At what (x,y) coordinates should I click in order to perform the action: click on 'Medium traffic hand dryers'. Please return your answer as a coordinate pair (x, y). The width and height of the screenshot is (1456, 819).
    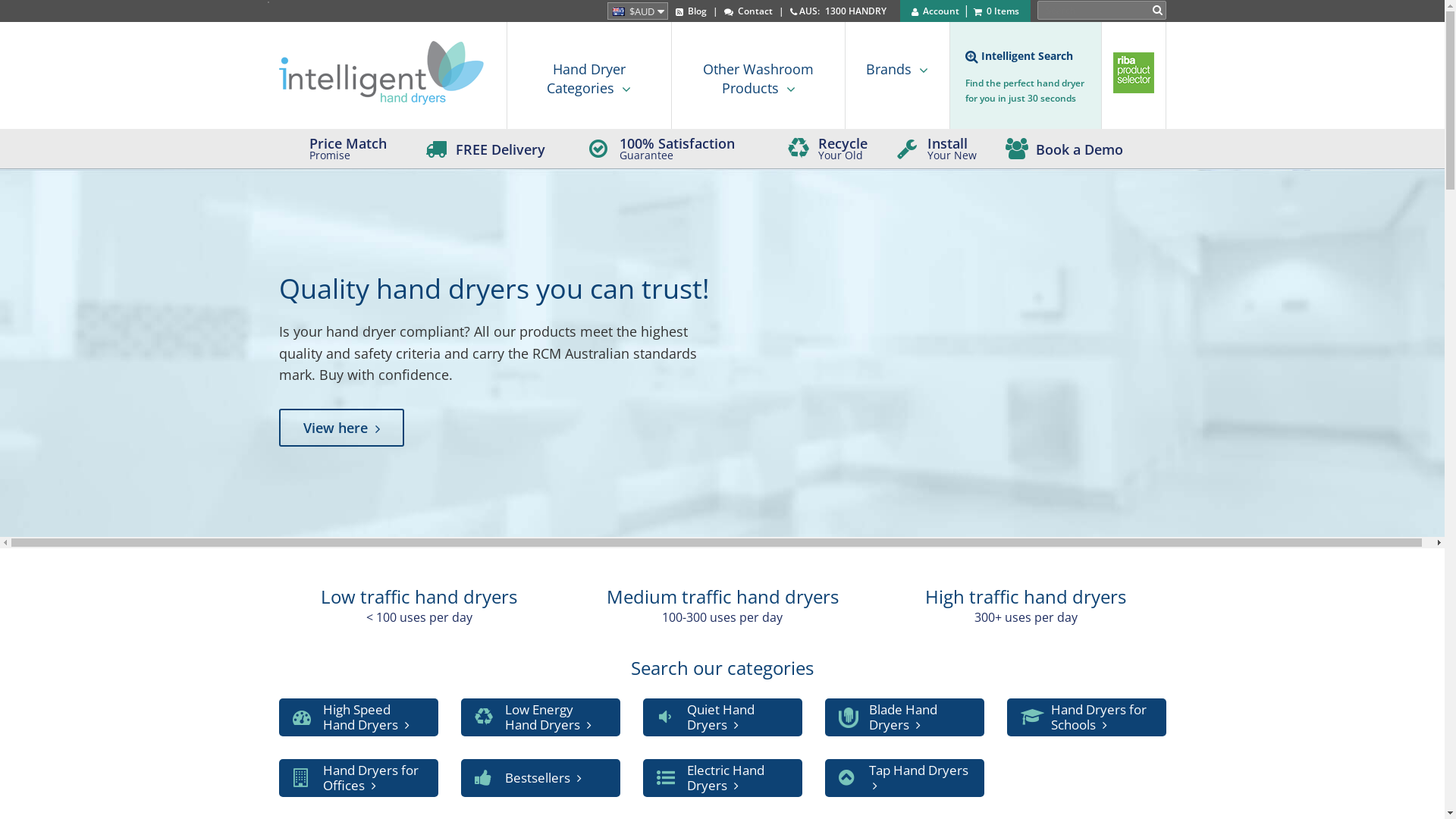
    Looking at the image, I should click on (722, 595).